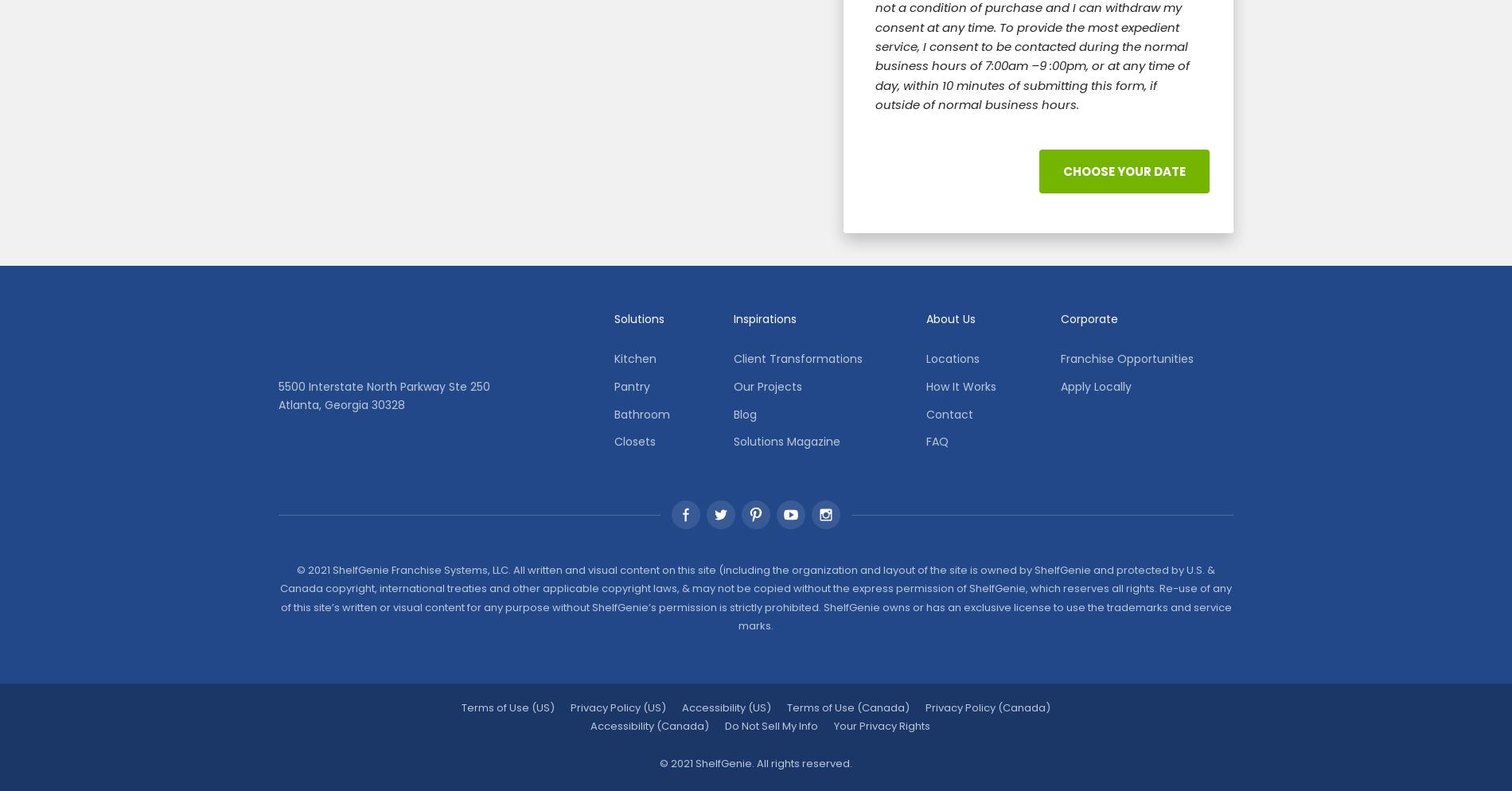  What do you see at coordinates (952, 358) in the screenshot?
I see `'Locations'` at bounding box center [952, 358].